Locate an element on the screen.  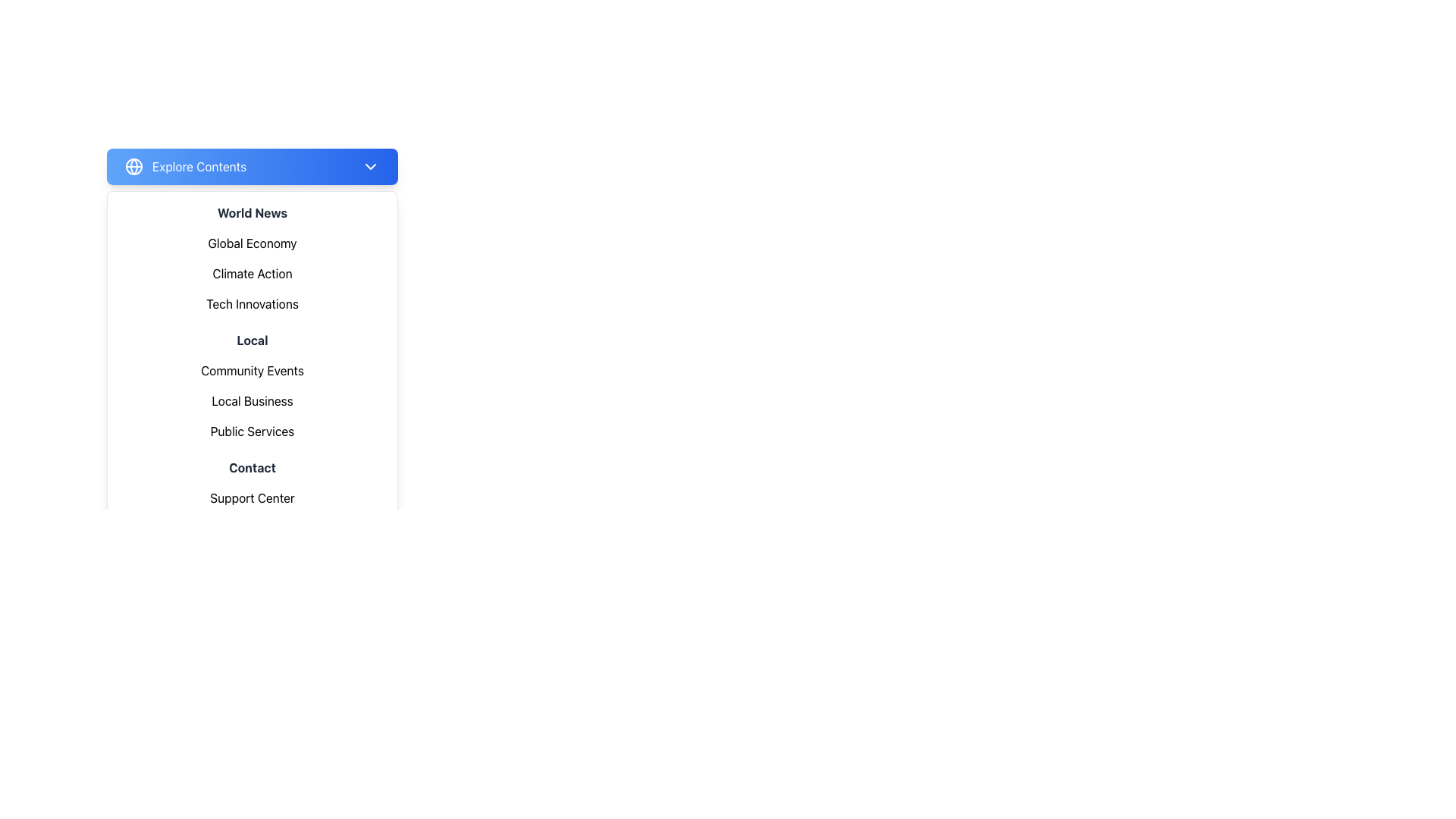
the group of menu items containing 'Global Economy', 'Climate Action', and 'Tech Innovations' located beneath the 'World News' header is located at coordinates (252, 274).